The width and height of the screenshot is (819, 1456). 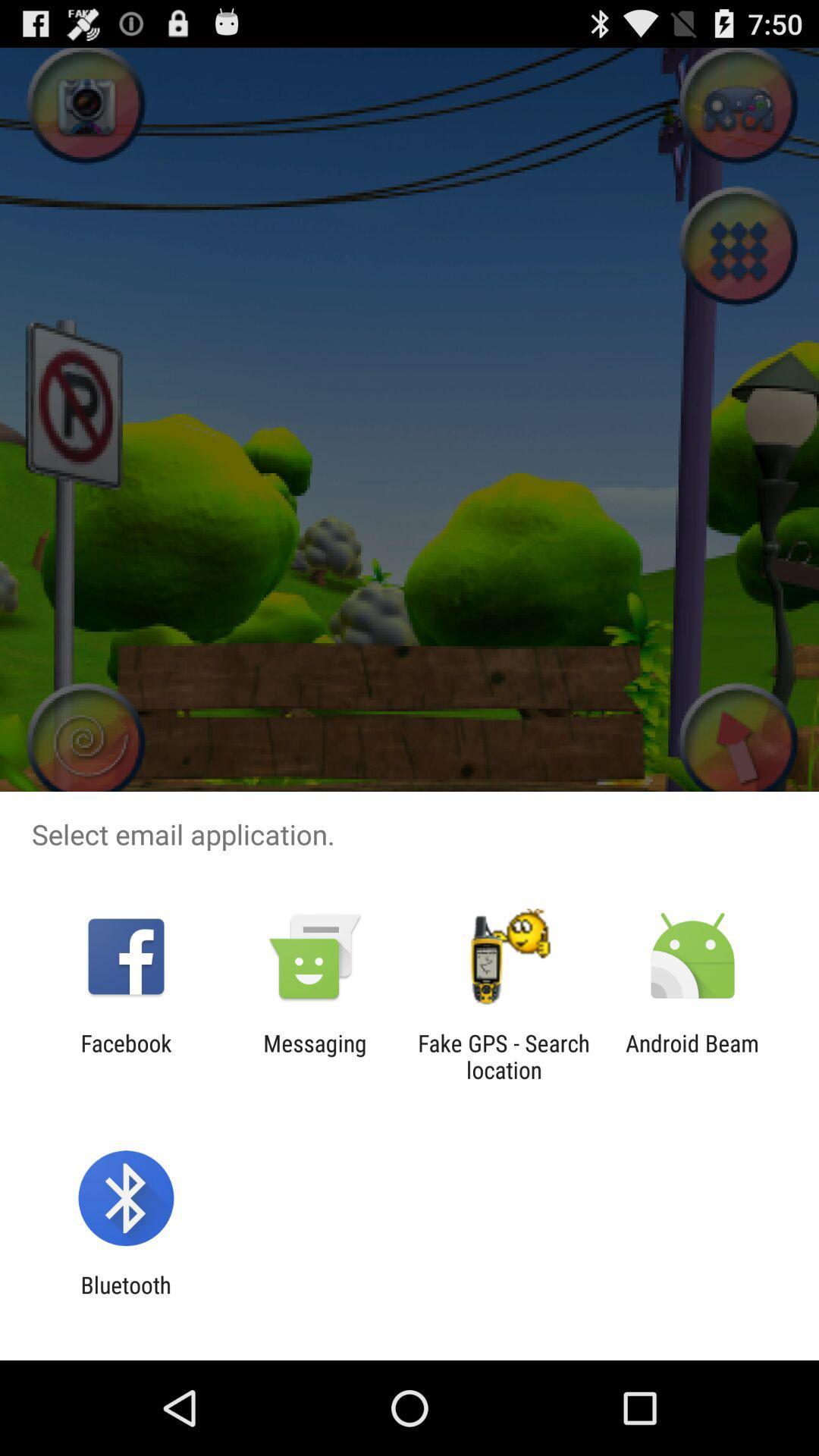 I want to click on the facebook, so click(x=125, y=1056).